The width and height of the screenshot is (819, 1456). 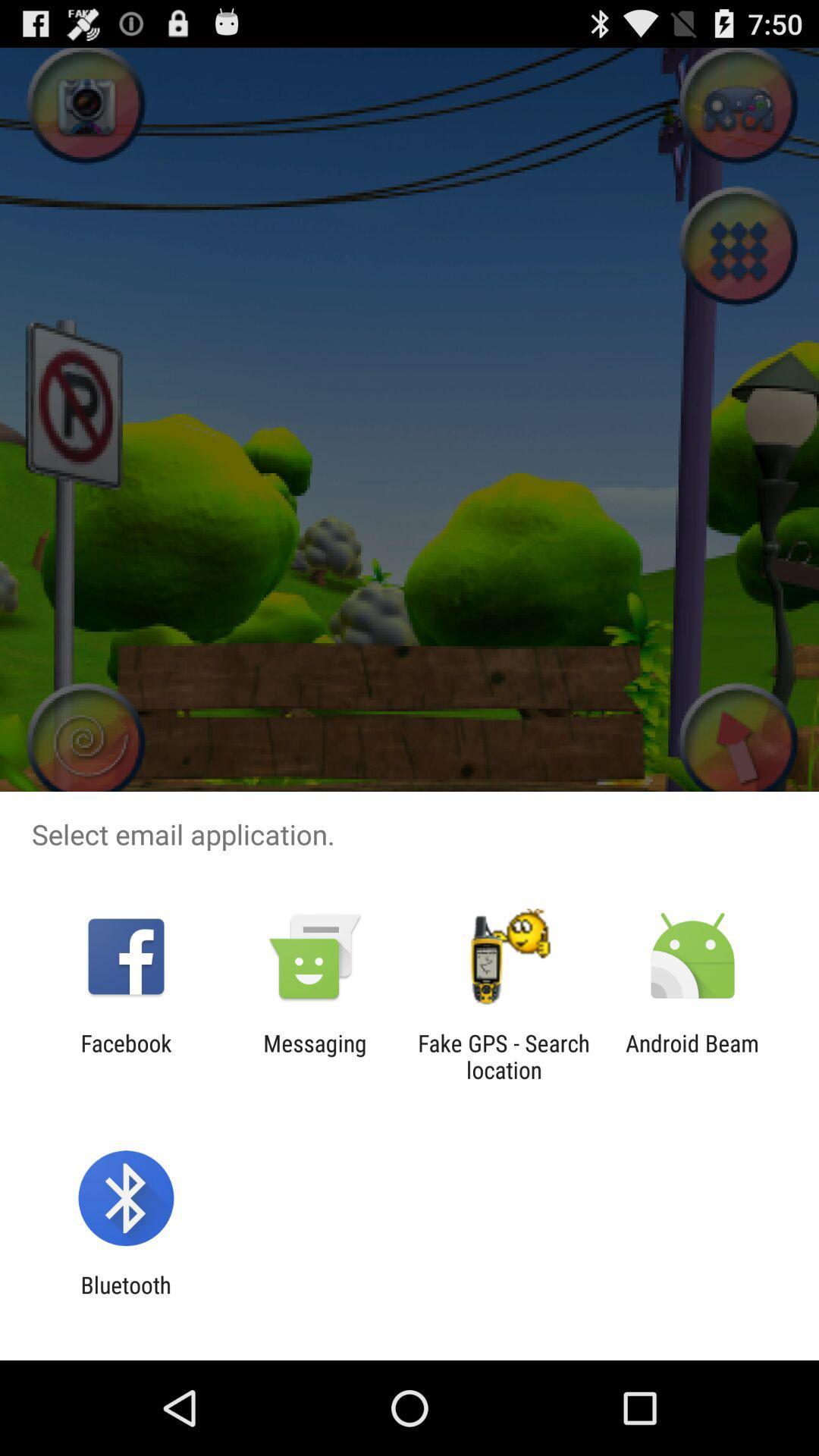 I want to click on the facebook, so click(x=125, y=1056).